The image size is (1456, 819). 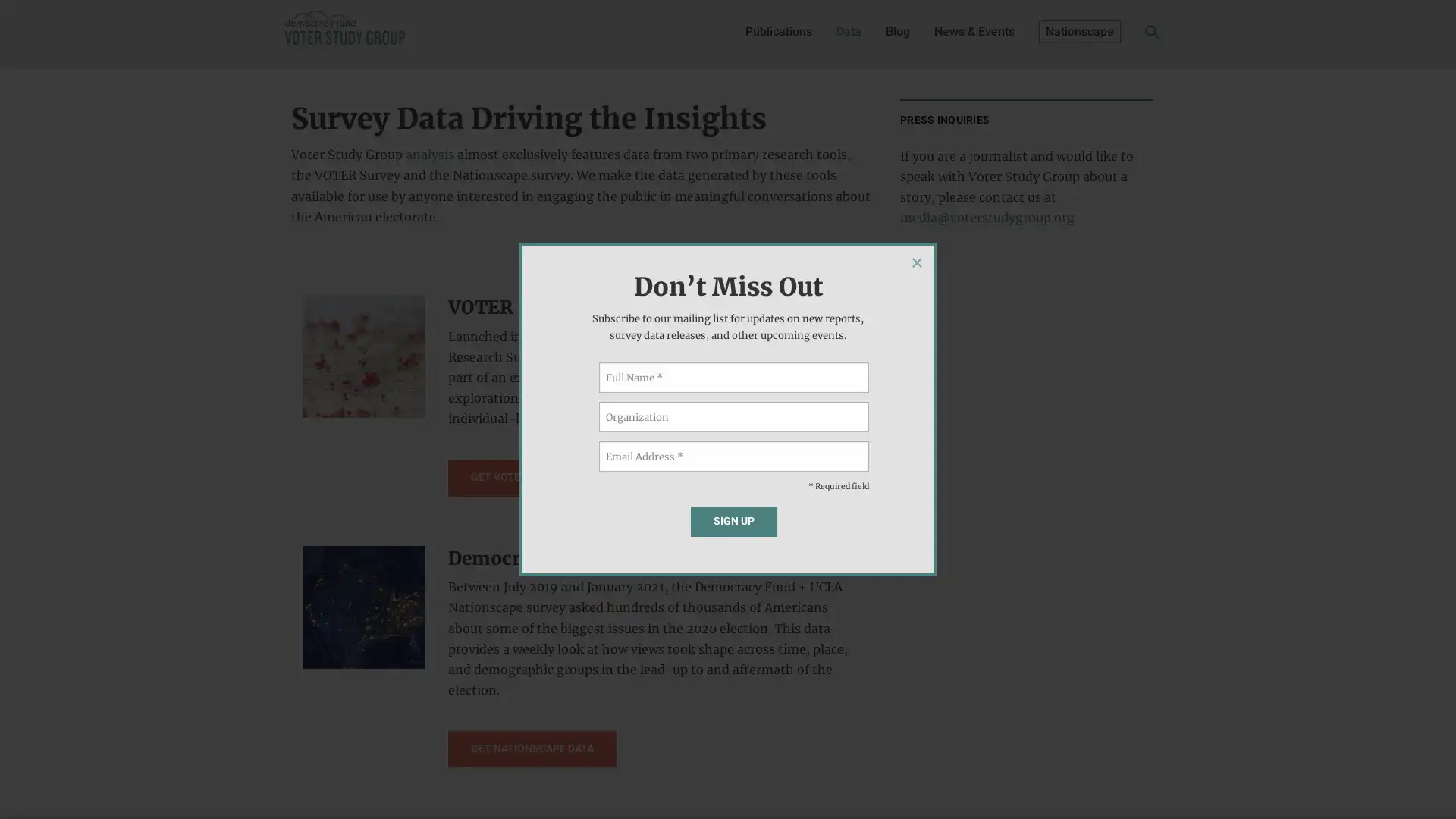 I want to click on SEARCH, so click(x=1128, y=35).